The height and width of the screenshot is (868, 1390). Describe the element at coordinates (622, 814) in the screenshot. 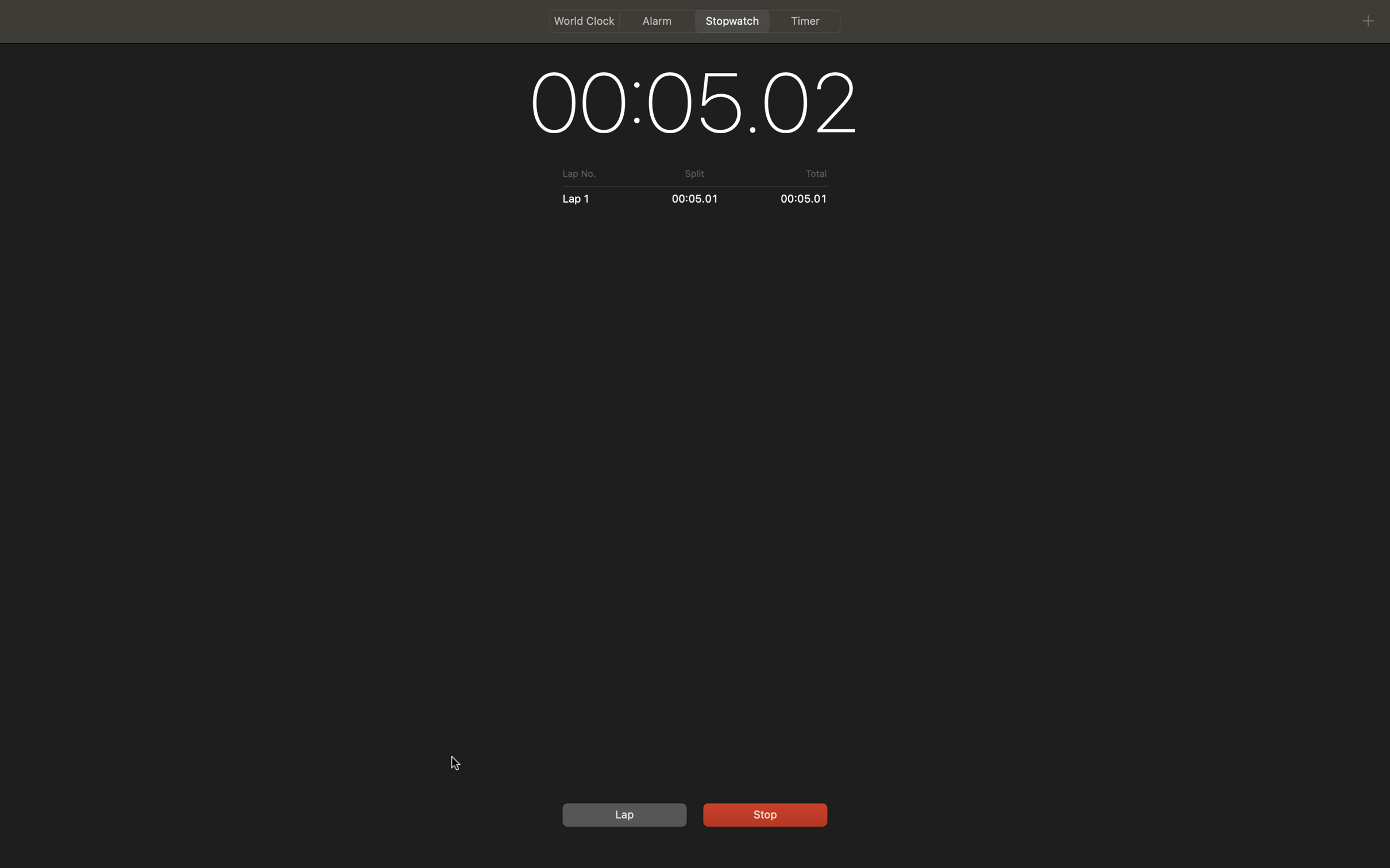

I see `a lap during a run, then stop the stopwatch` at that location.